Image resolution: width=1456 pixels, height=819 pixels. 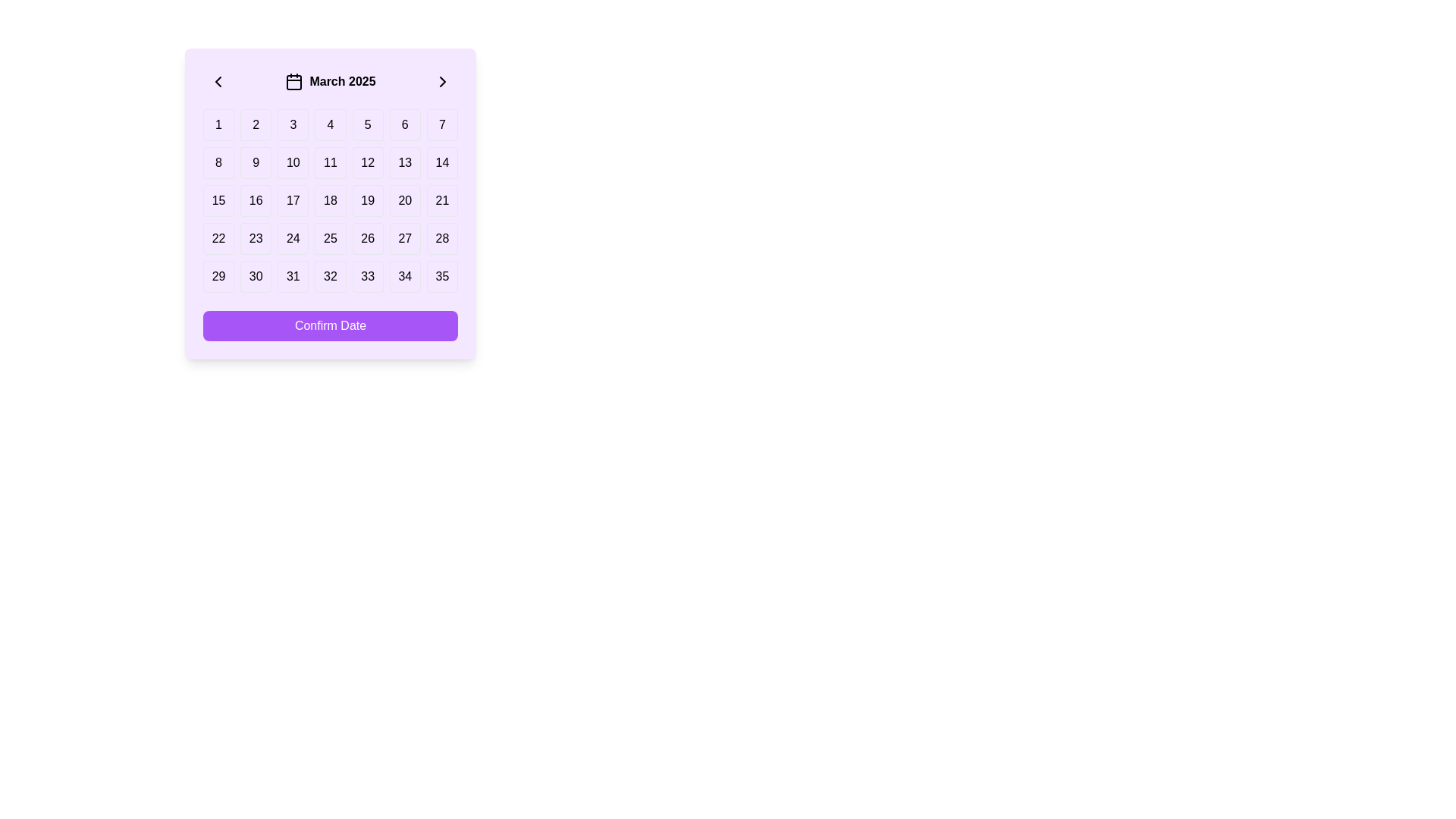 I want to click on the selectable day button representing the sixth day of the month in the calendar interface, located in the first row and sixth column of the grid layout, so click(x=405, y=124).